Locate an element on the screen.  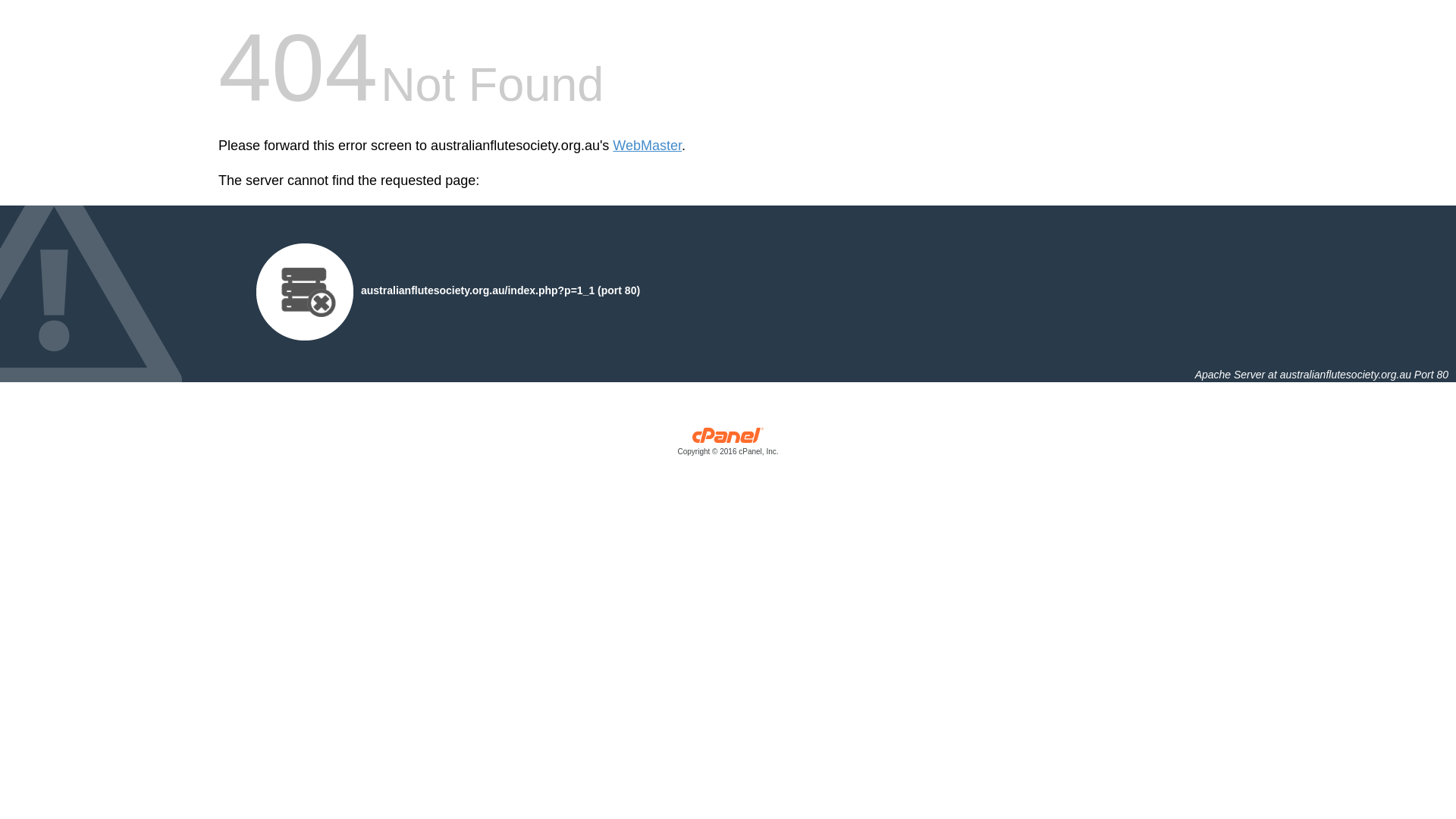
'WebMaster' is located at coordinates (647, 146).